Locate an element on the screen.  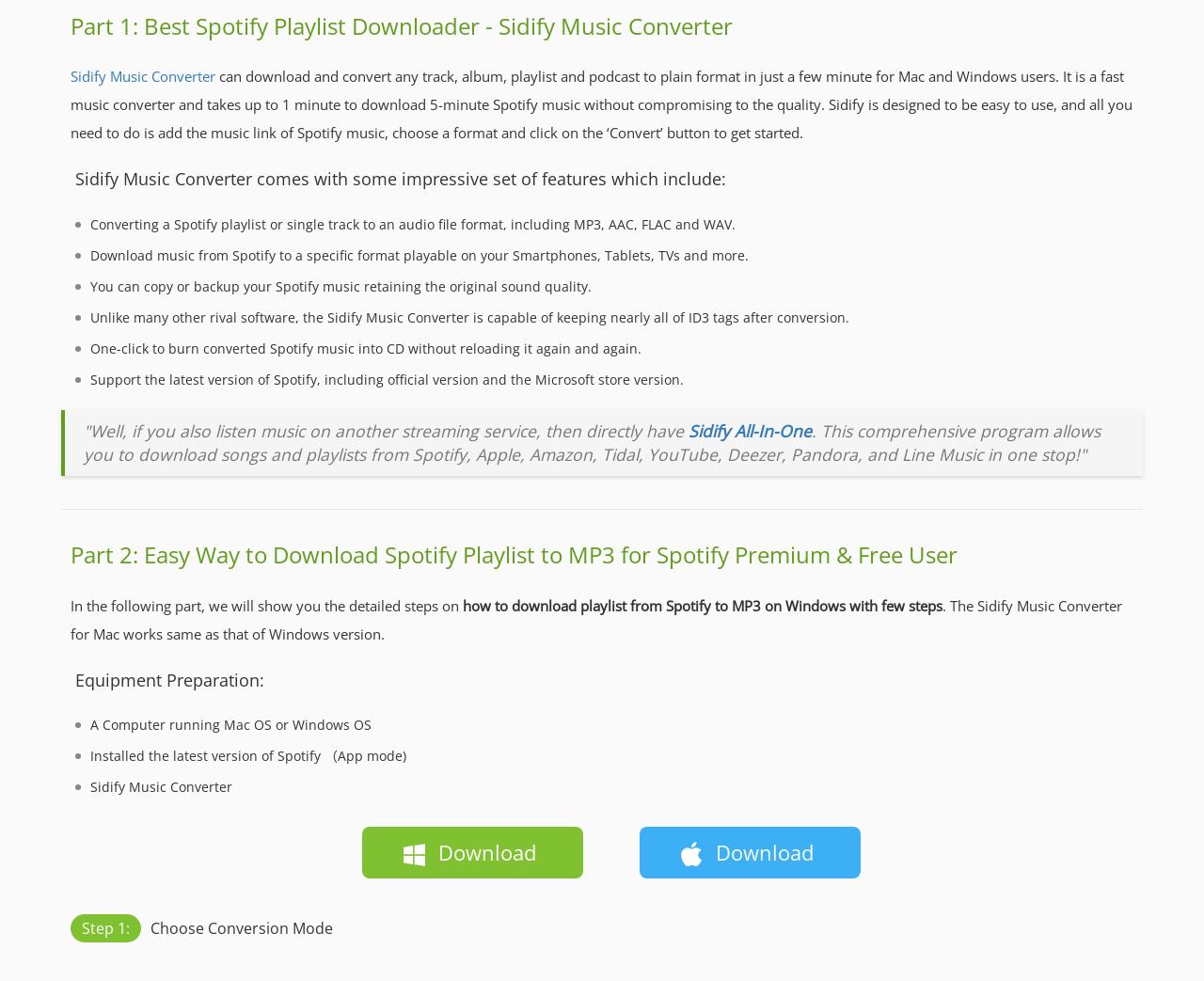
'how to download playlist from Spotify to MP3 on Windows with few steps' is located at coordinates (702, 604).